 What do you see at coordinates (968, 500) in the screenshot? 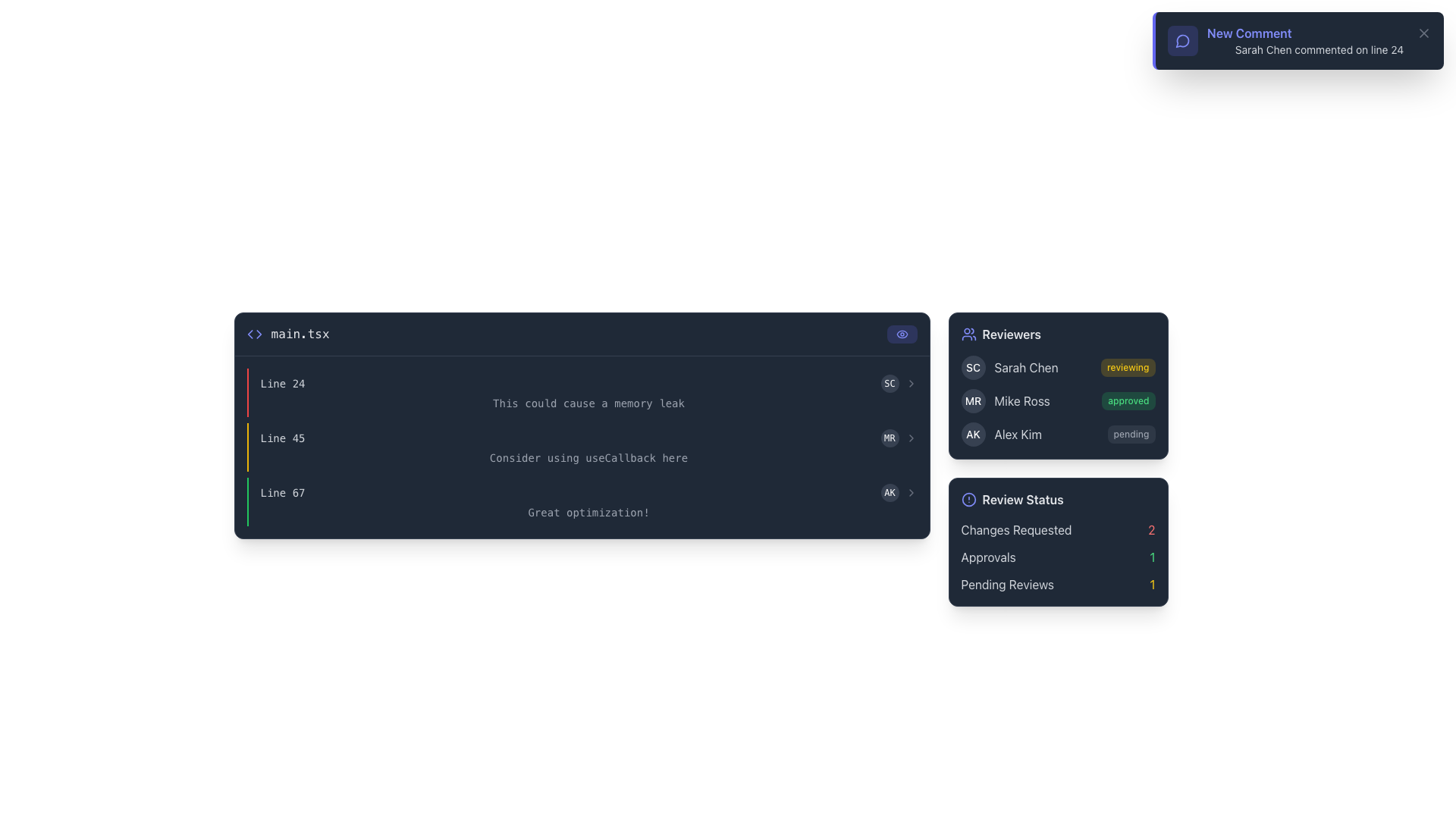
I see `the alert icon located in the 'Review Status' section on the lower right-hand side of the interface, positioned to the left of the corresponding text` at bounding box center [968, 500].